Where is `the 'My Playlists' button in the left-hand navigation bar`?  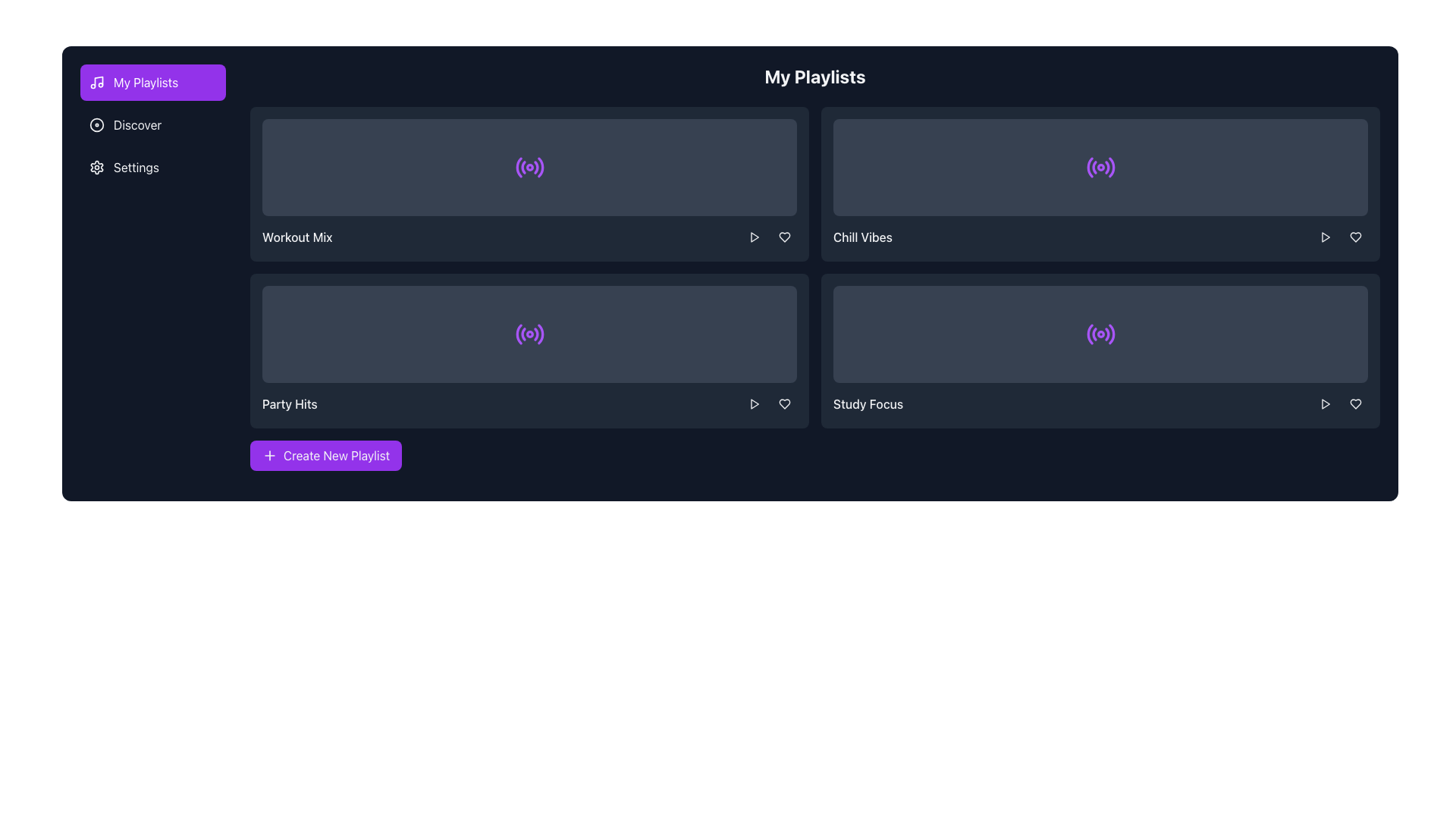
the 'My Playlists' button in the left-hand navigation bar is located at coordinates (146, 82).